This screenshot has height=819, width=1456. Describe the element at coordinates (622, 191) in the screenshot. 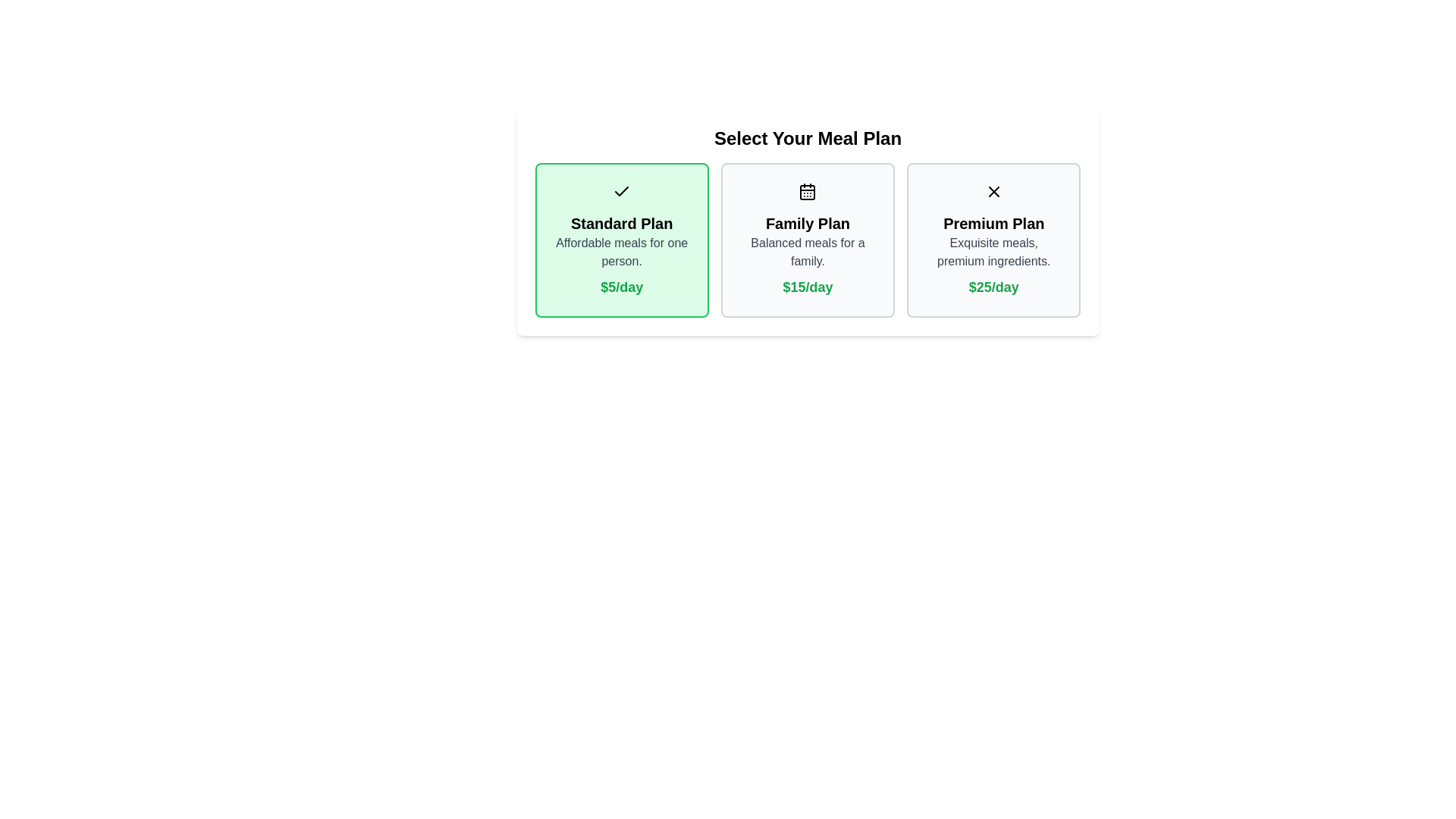

I see `the visual indicator icon located at the center-top of the 'Standard Plan' card, which denotes the selected or active state` at that location.